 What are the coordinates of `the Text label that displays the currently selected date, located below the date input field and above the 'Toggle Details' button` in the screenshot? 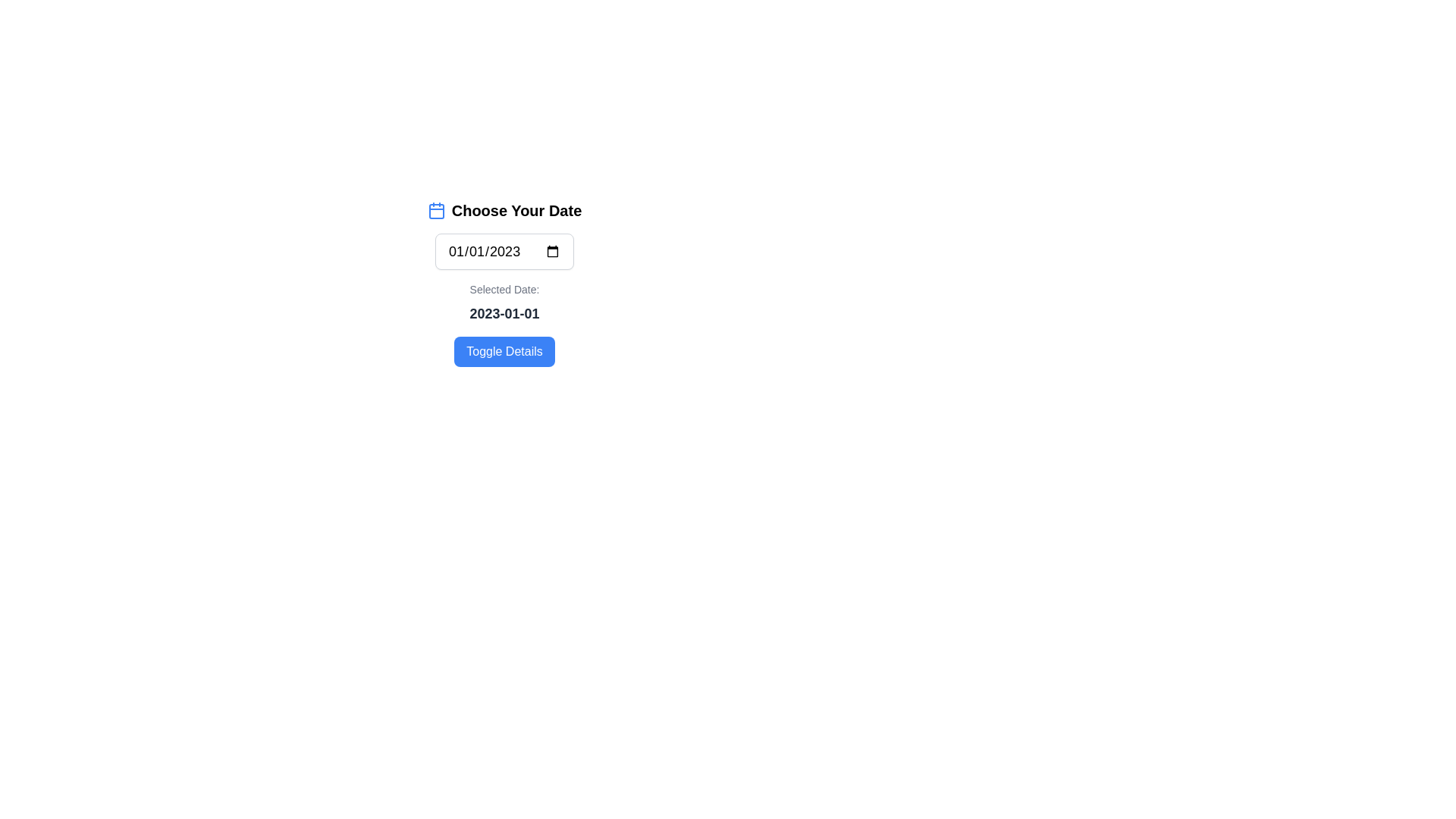 It's located at (504, 303).